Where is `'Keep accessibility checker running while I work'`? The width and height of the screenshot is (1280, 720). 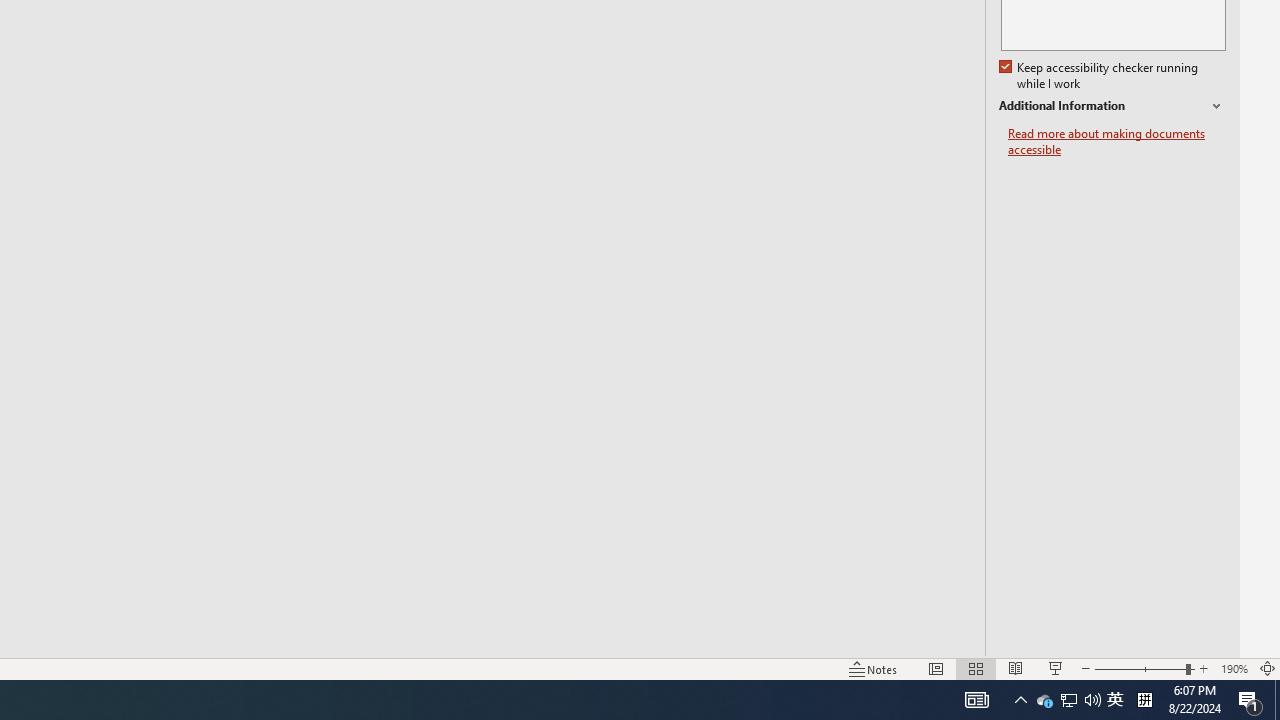 'Keep accessibility checker running while I work' is located at coordinates (1099, 75).